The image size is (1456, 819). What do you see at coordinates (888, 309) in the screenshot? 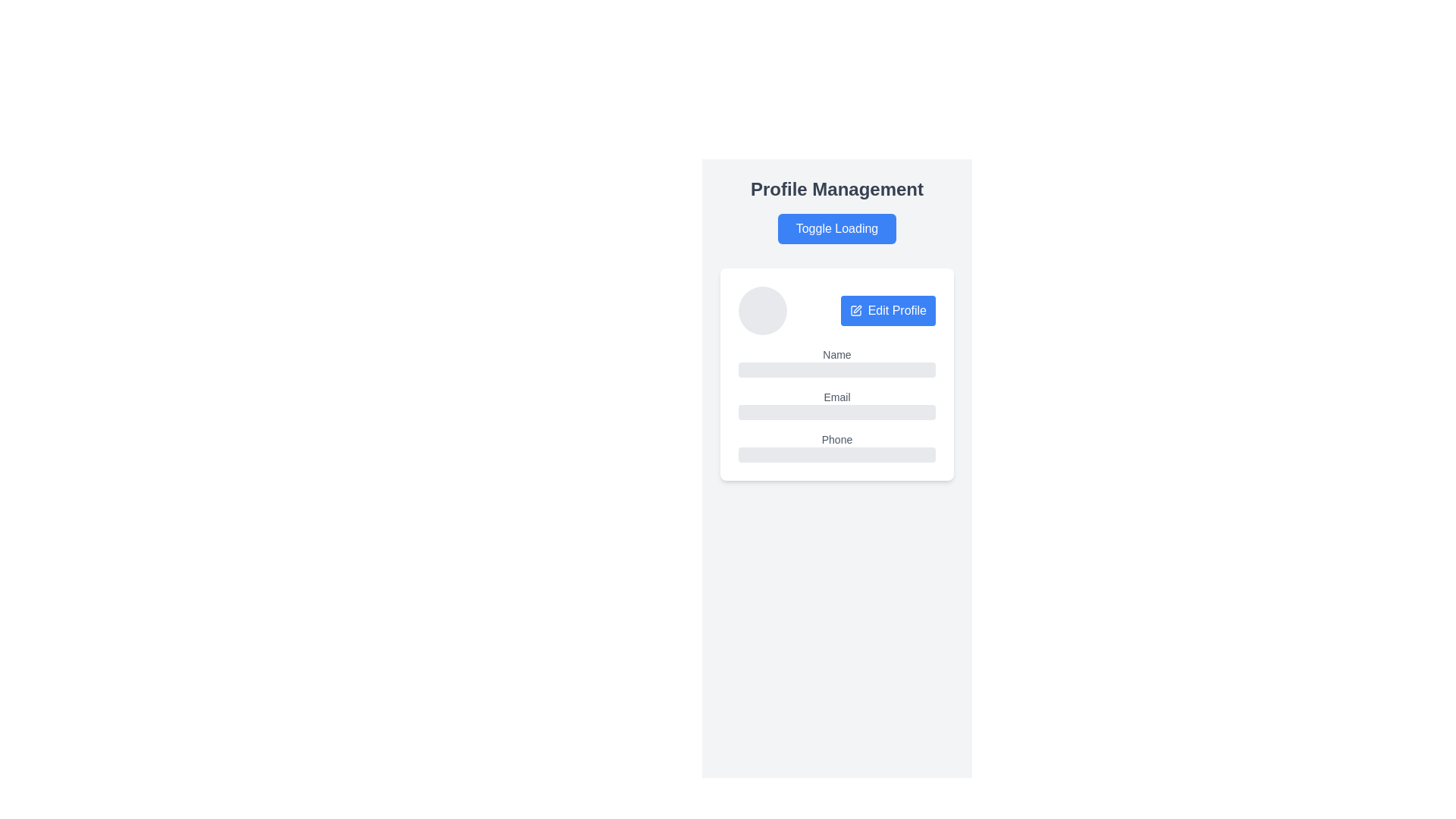
I see `the 'Edit Profile' button with a blue background and white text, located in the right side of the 'Profile Management' pane` at bounding box center [888, 309].